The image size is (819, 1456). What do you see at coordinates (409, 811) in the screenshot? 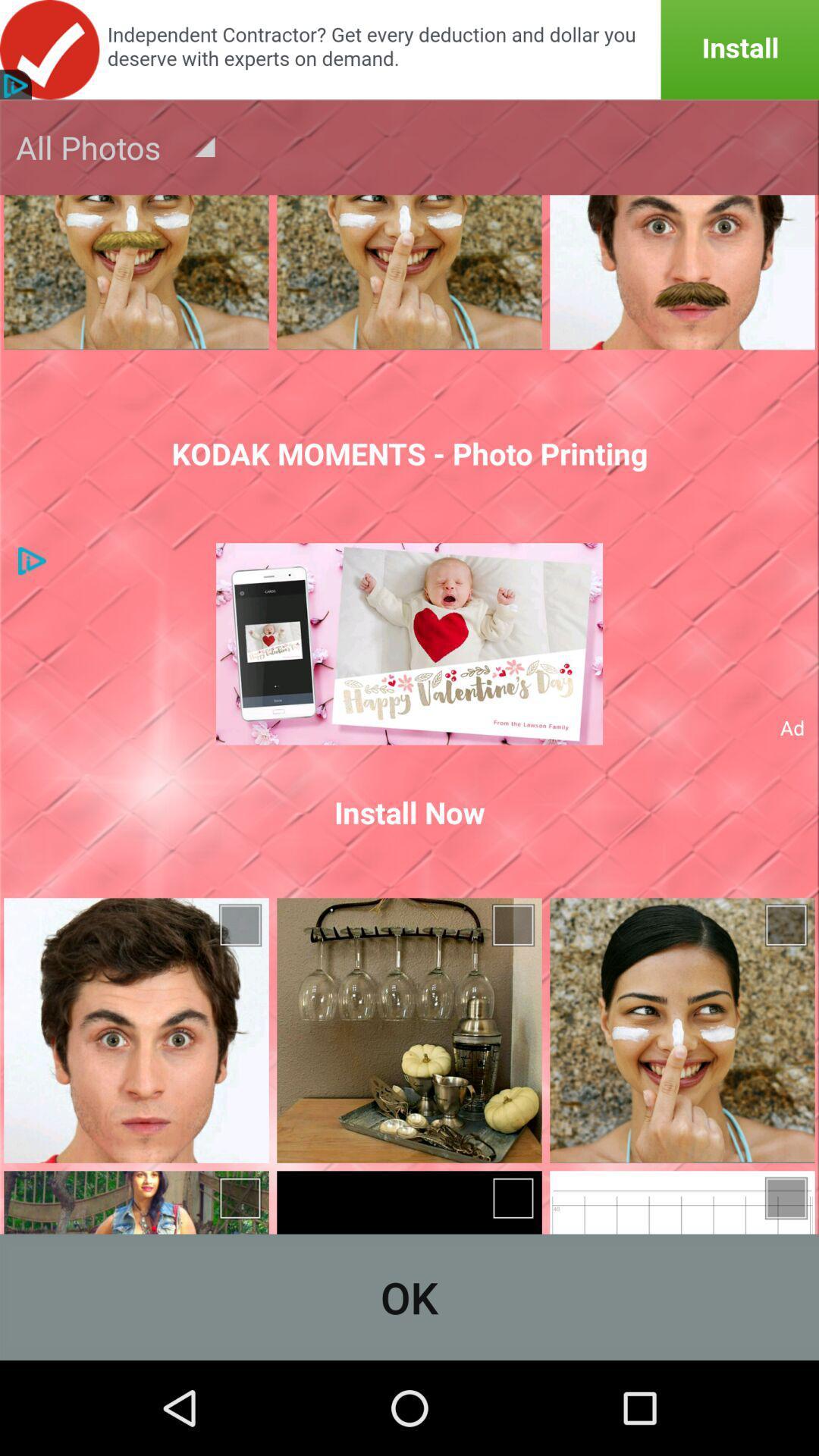
I see `the install now item` at bounding box center [409, 811].